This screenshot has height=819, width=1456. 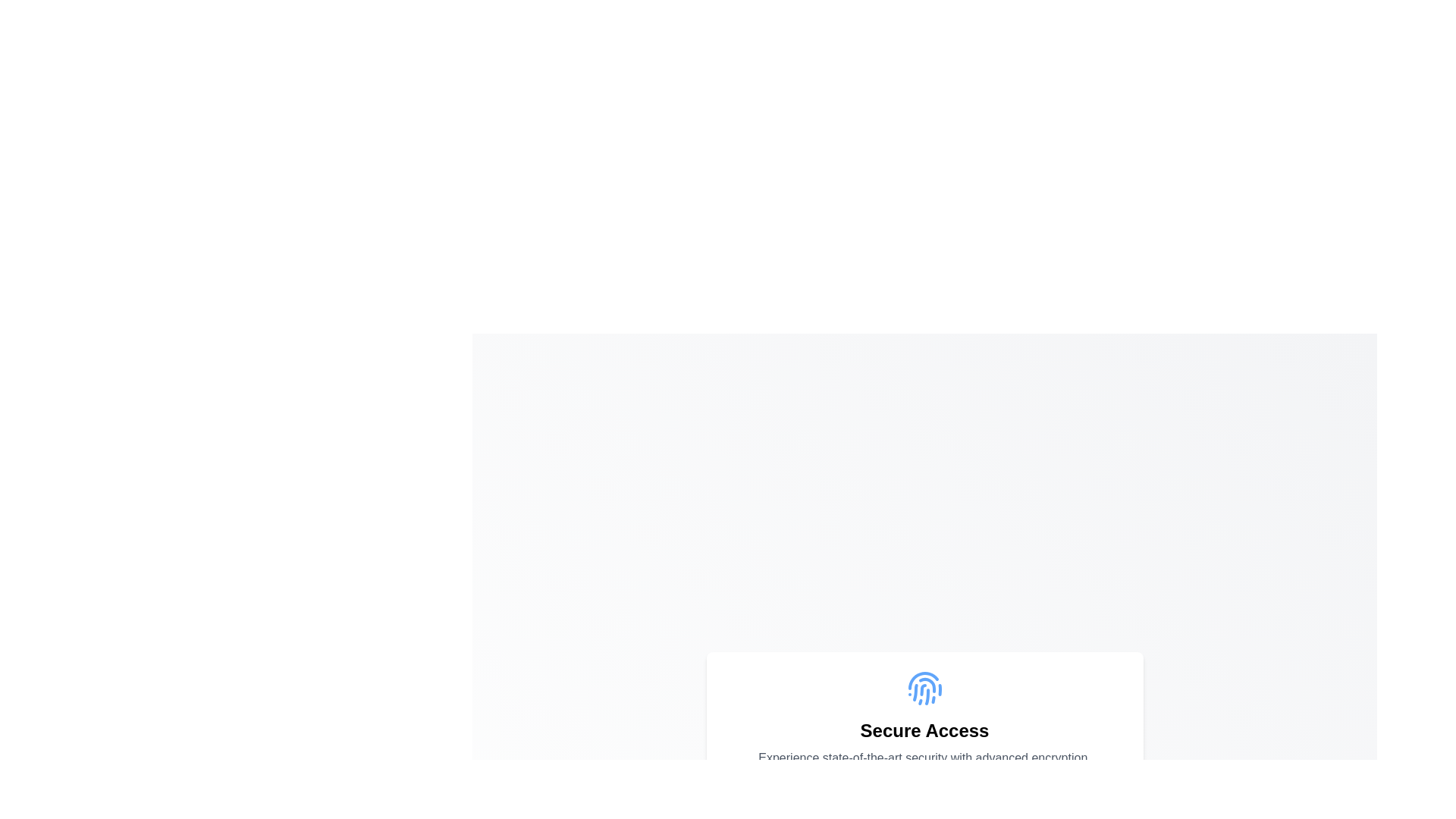 What do you see at coordinates (924, 758) in the screenshot?
I see `the static text block displaying 'Experience state-of-the-art security with advanced encryption'` at bounding box center [924, 758].